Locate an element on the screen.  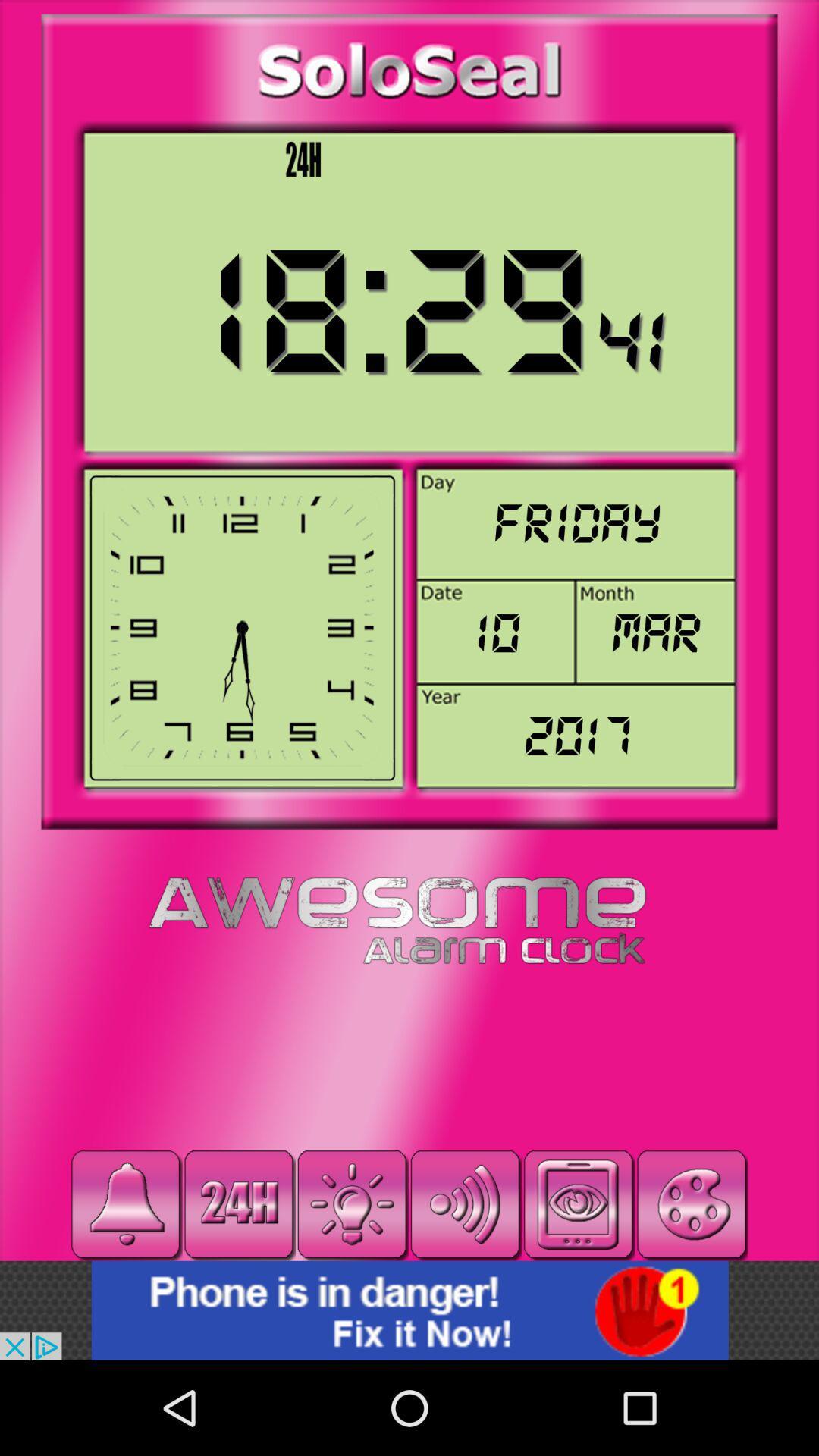
volume control is located at coordinates (464, 1203).